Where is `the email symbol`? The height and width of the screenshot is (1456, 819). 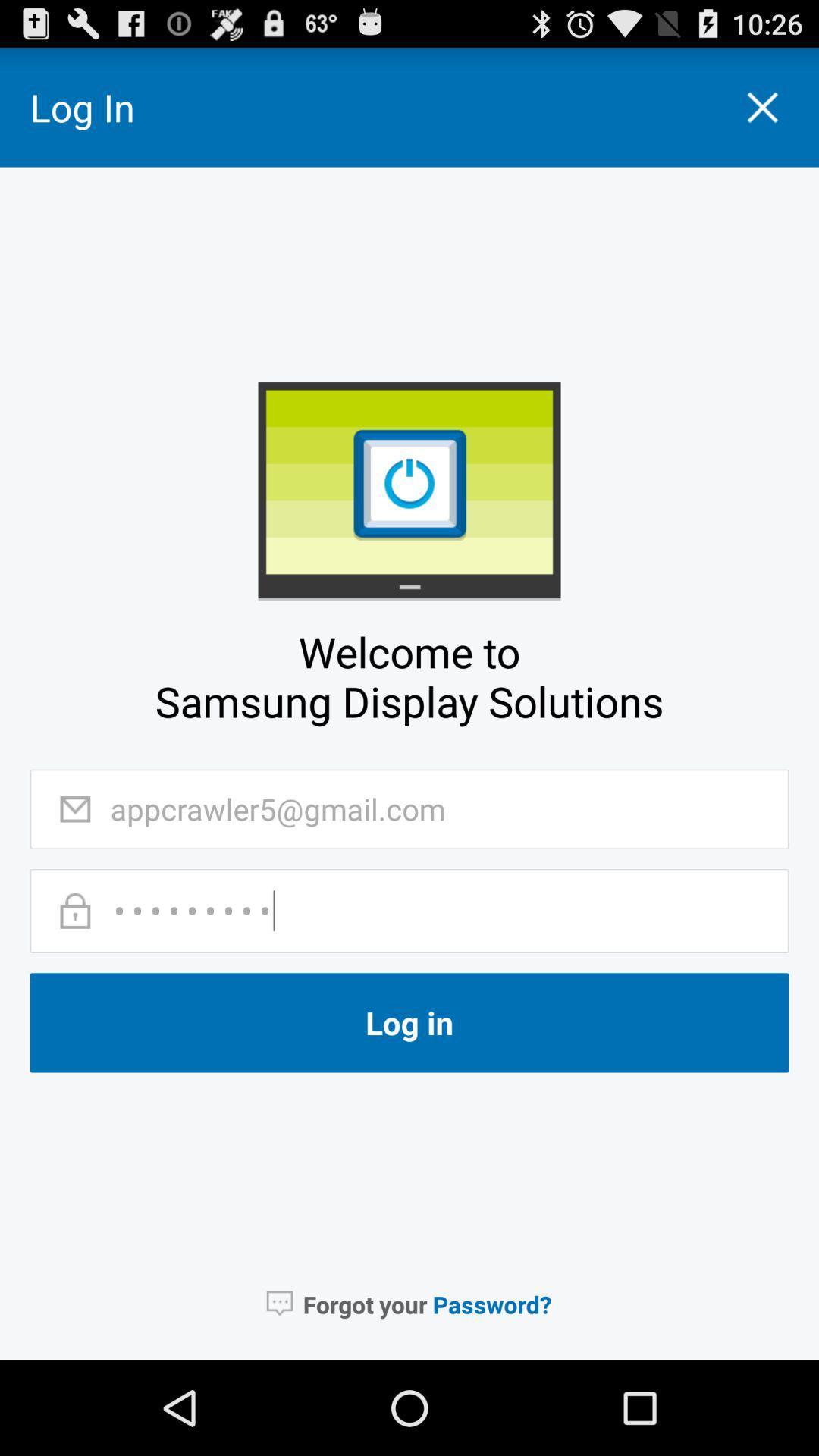
the email symbol is located at coordinates (75, 808).